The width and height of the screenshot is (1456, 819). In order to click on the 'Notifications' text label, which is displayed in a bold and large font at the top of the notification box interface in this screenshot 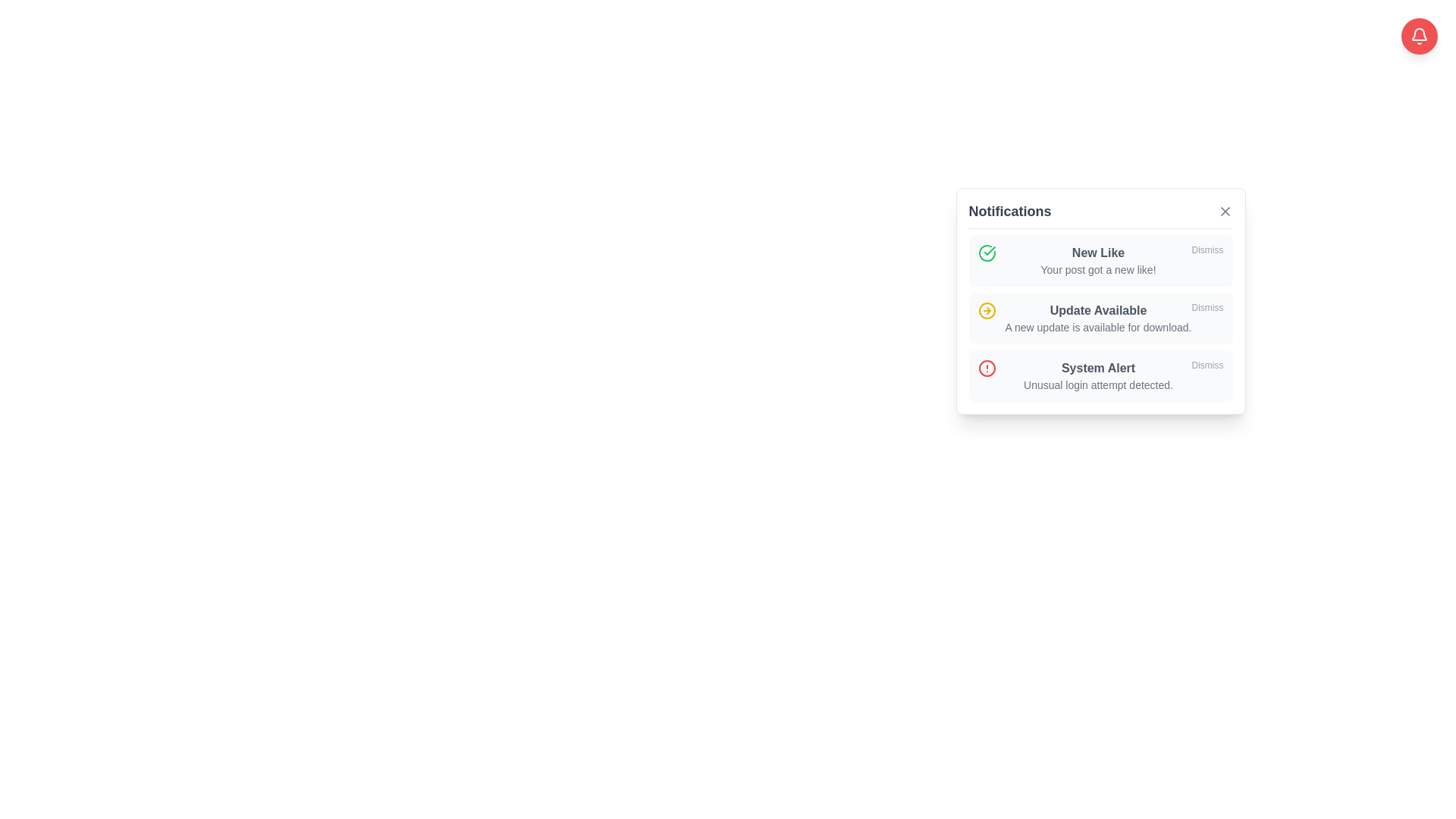, I will do `click(1010, 211)`.